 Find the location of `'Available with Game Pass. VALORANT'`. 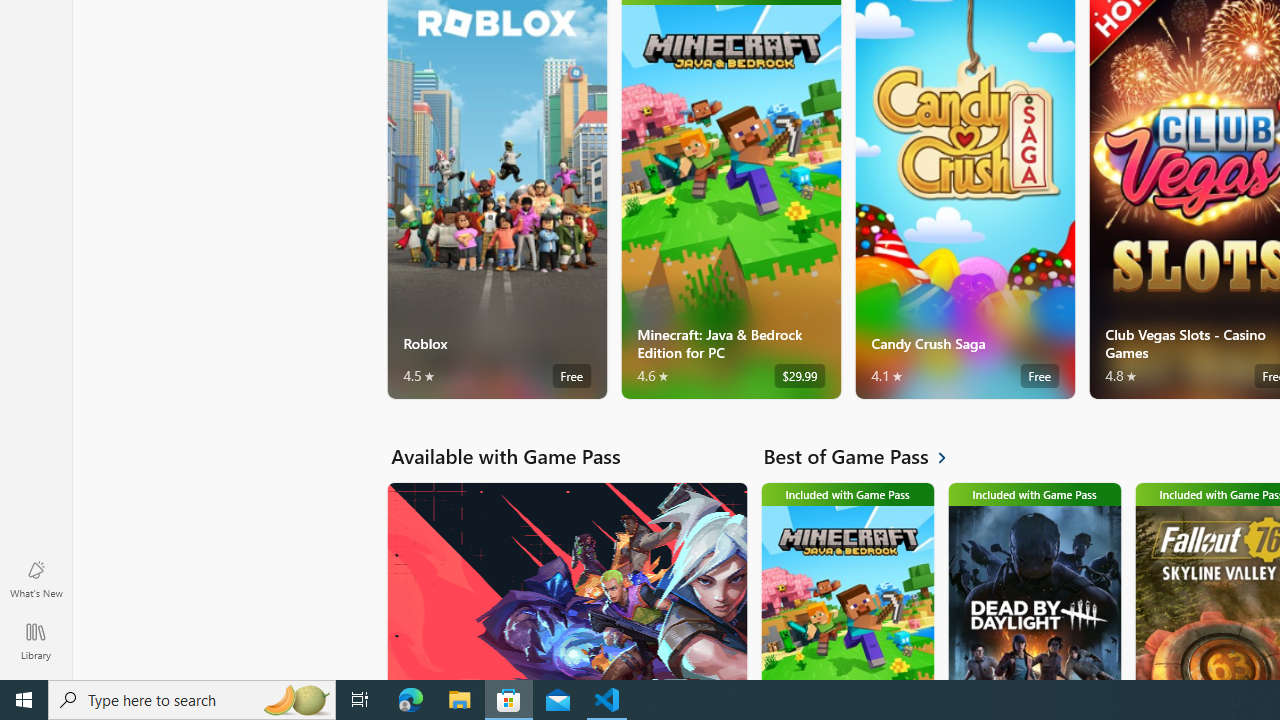

'Available with Game Pass. VALORANT' is located at coordinates (566, 580).